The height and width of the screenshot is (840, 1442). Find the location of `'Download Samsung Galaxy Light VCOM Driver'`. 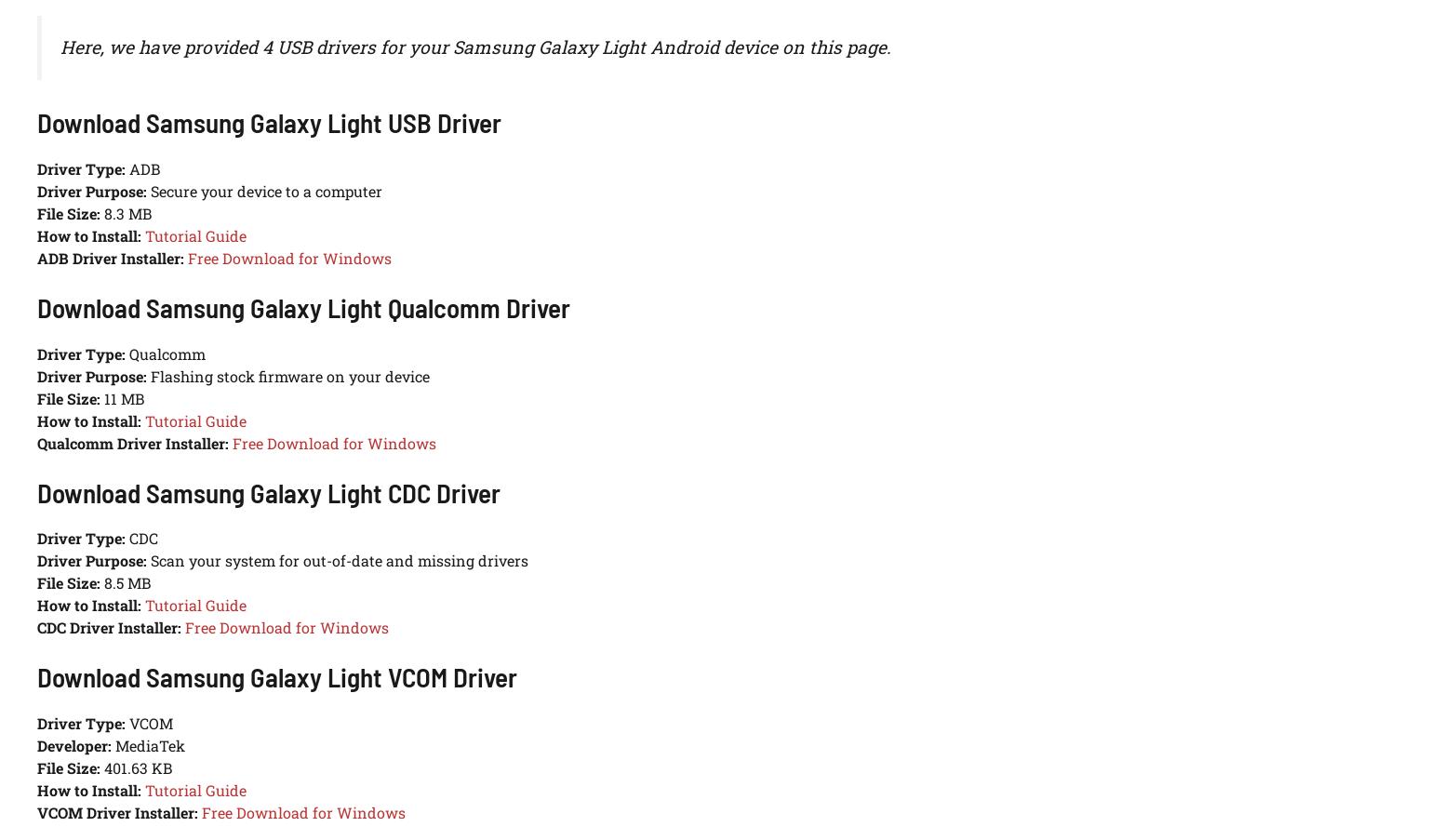

'Download Samsung Galaxy Light VCOM Driver' is located at coordinates (277, 676).